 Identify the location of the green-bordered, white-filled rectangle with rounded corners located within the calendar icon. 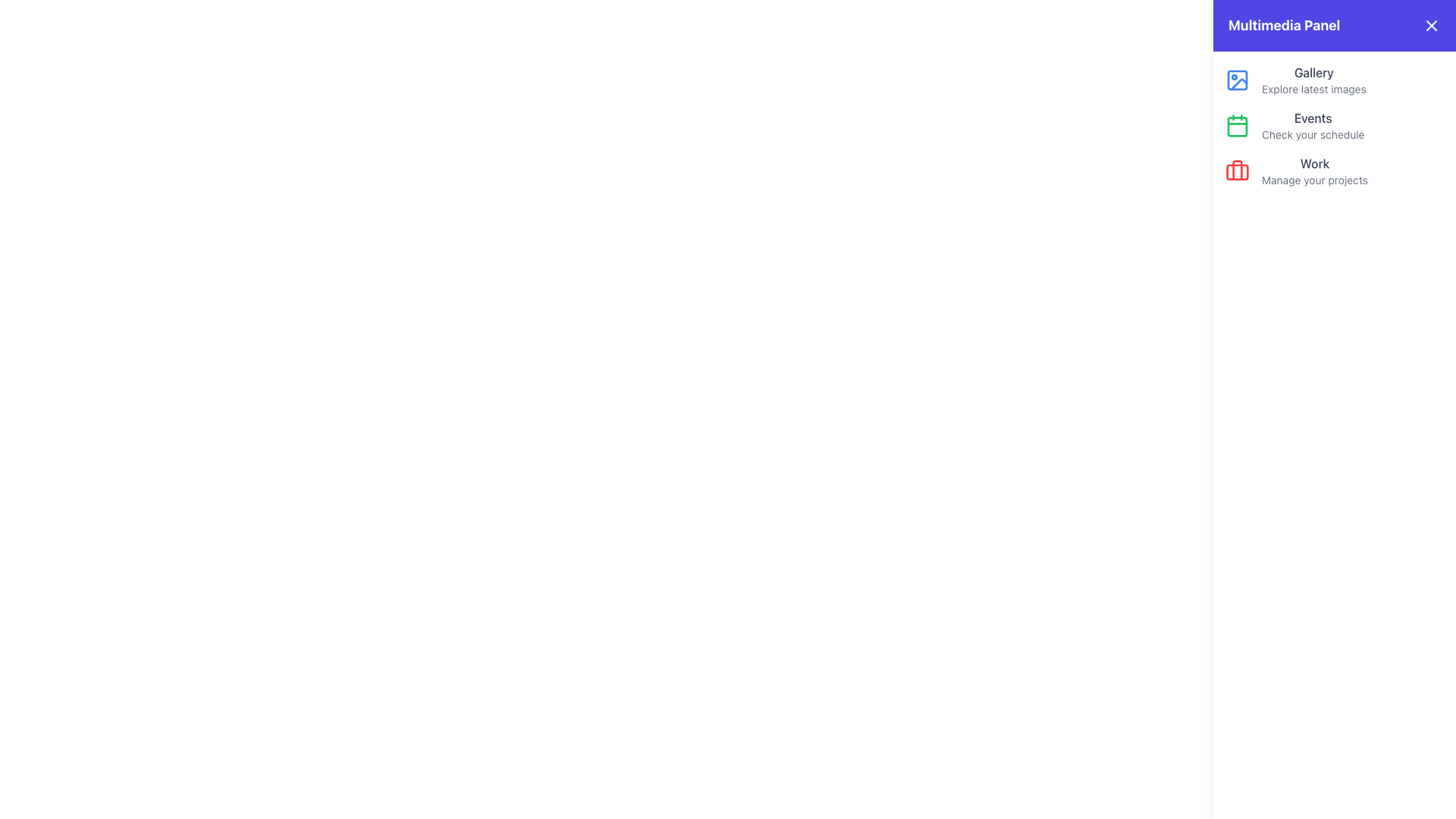
(1238, 125).